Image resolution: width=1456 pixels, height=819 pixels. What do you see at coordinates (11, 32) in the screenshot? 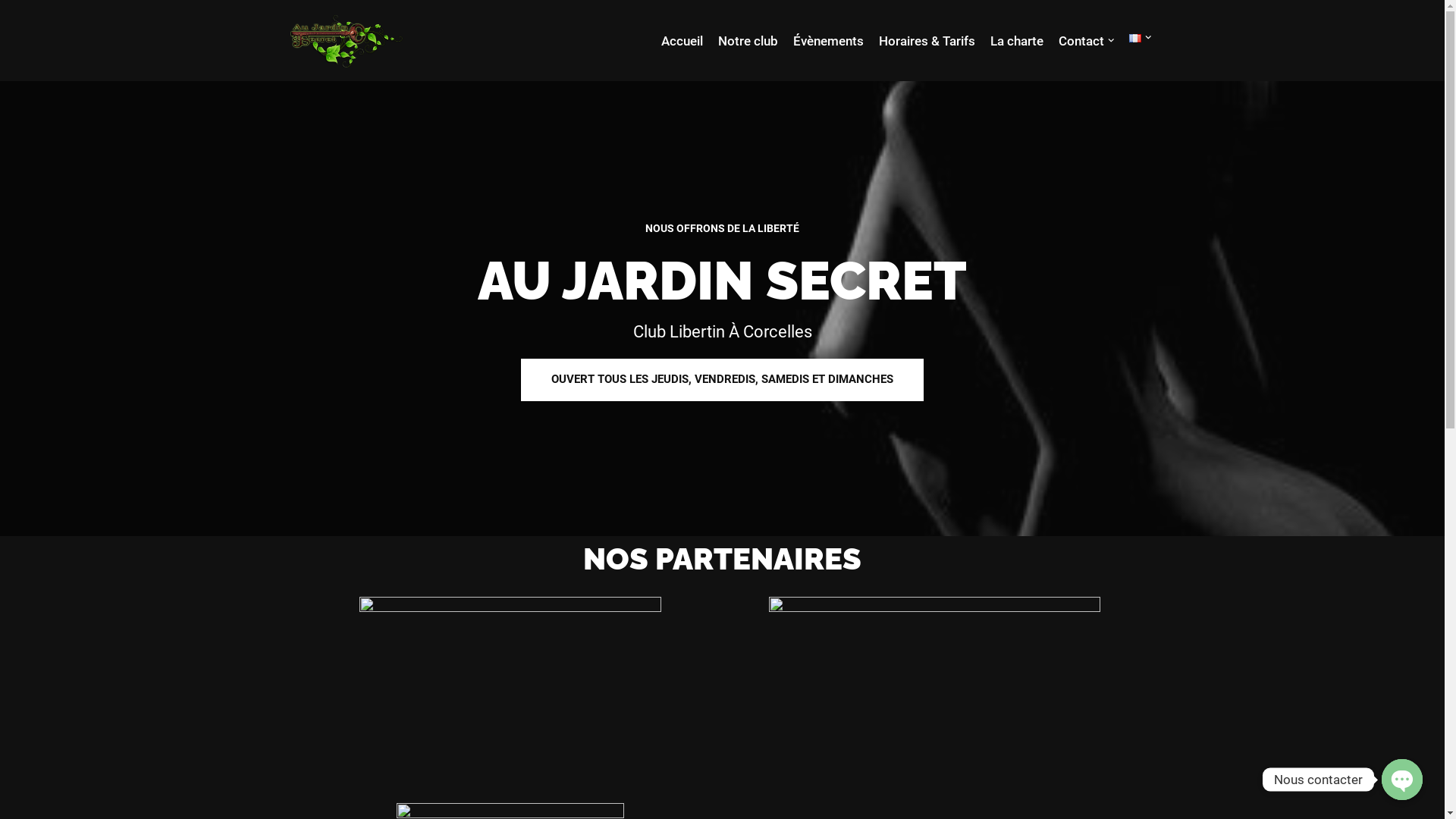
I see `'Aller au contenu'` at bounding box center [11, 32].